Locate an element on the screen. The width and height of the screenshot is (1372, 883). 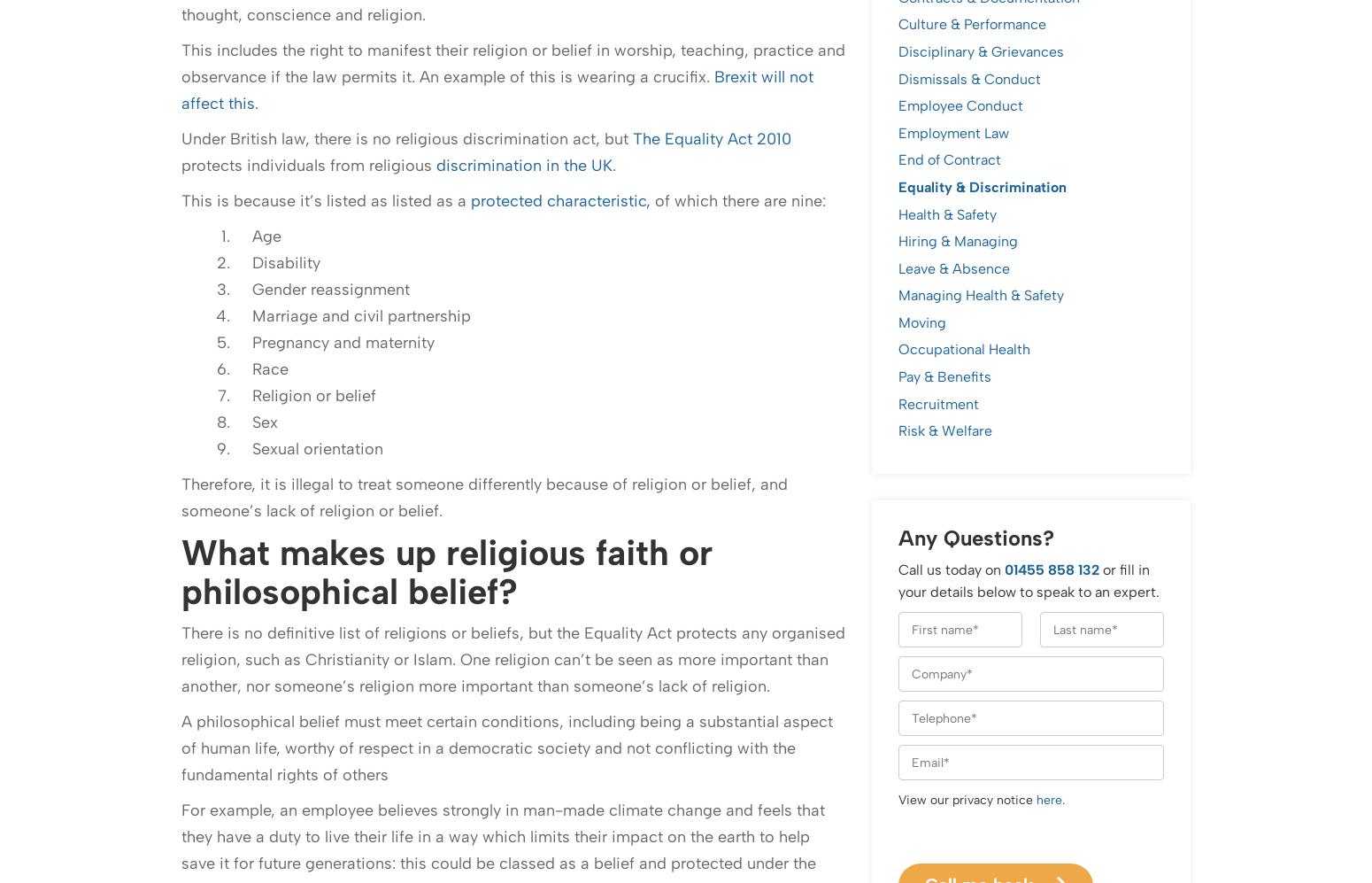
'Slavery and Human
                                Trafficking Statement' is located at coordinates (527, 847).